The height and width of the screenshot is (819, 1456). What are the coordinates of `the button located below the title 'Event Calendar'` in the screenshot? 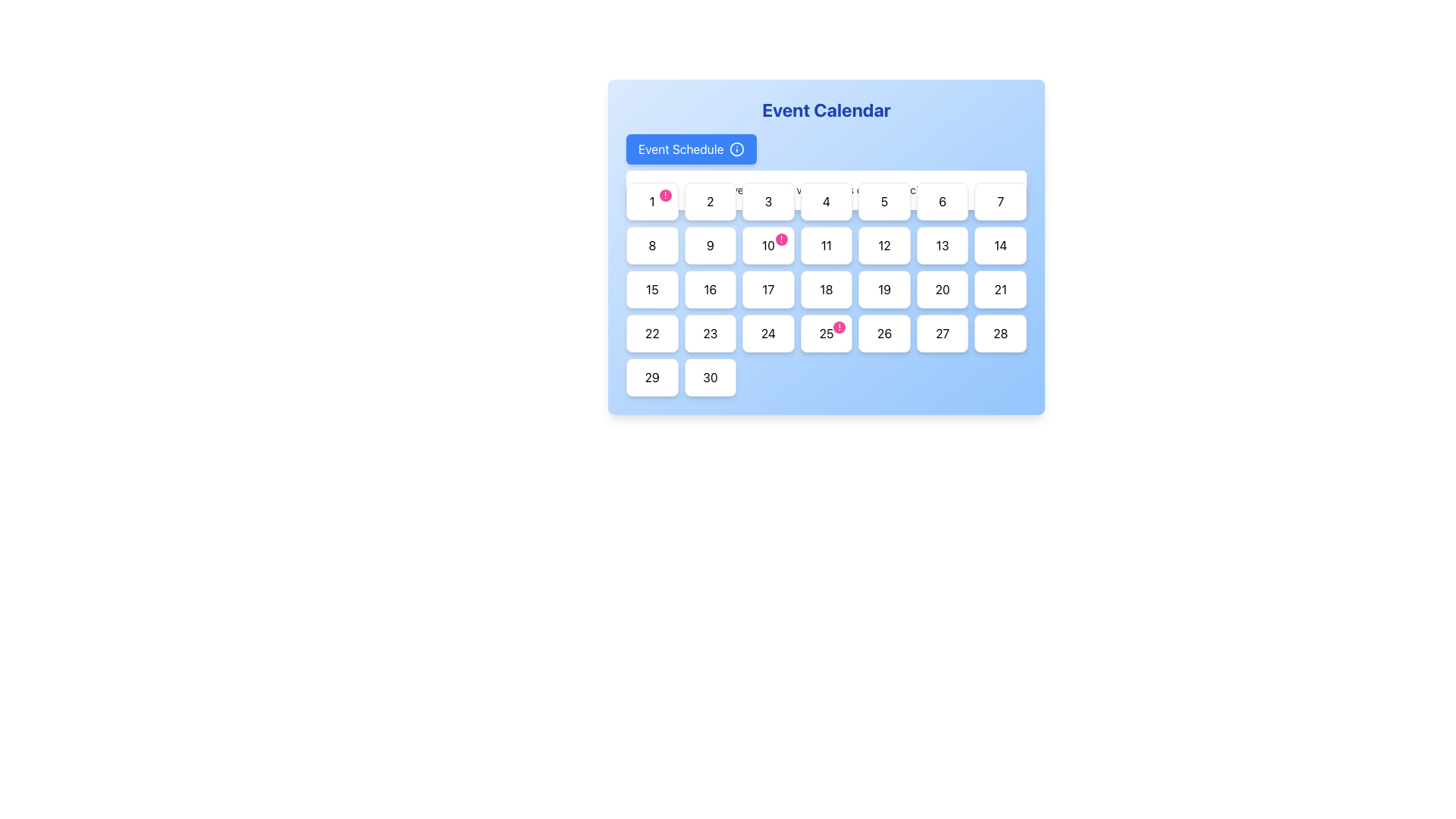 It's located at (691, 149).